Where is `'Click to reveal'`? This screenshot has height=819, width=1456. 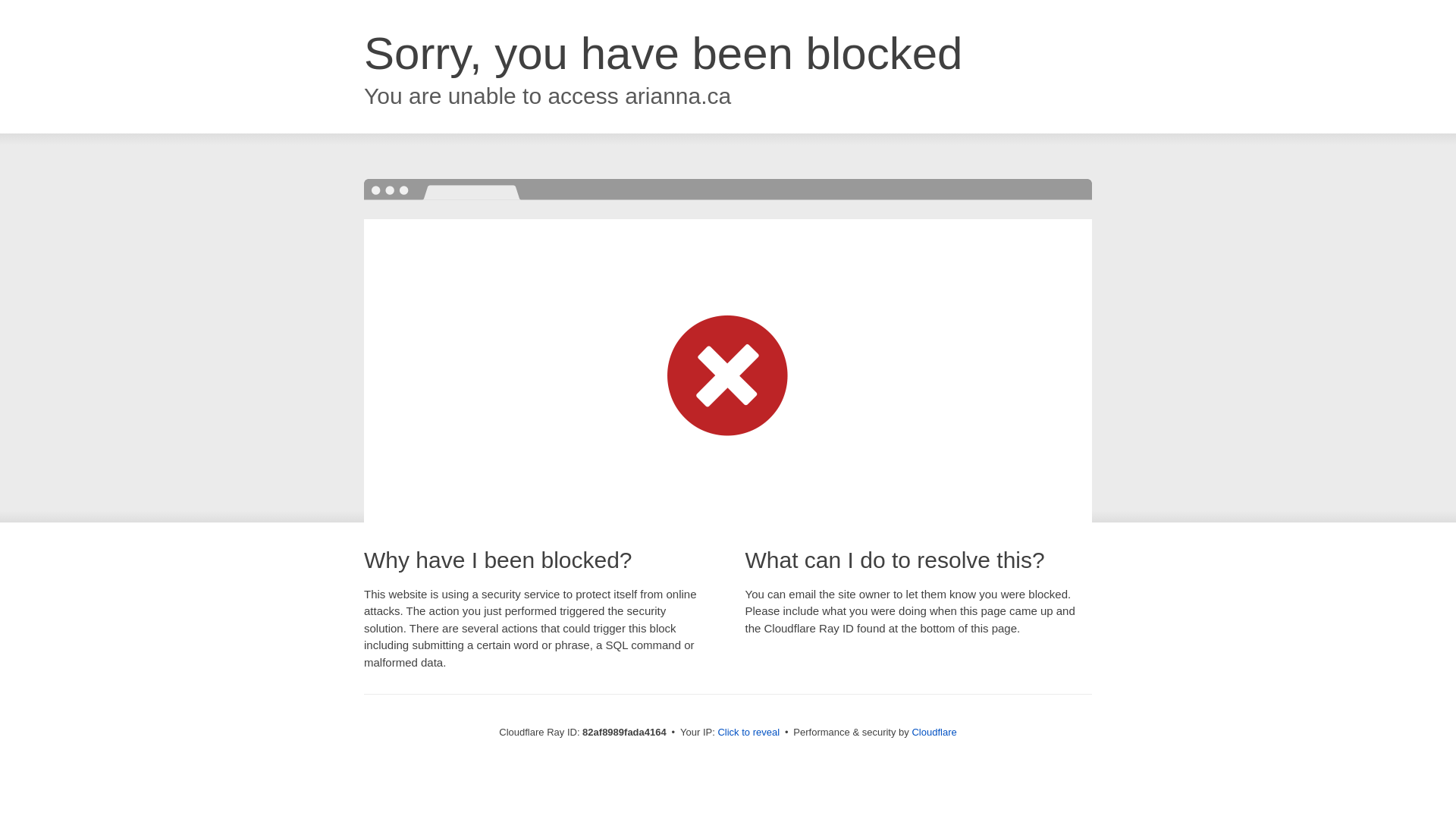
'Click to reveal' is located at coordinates (748, 731).